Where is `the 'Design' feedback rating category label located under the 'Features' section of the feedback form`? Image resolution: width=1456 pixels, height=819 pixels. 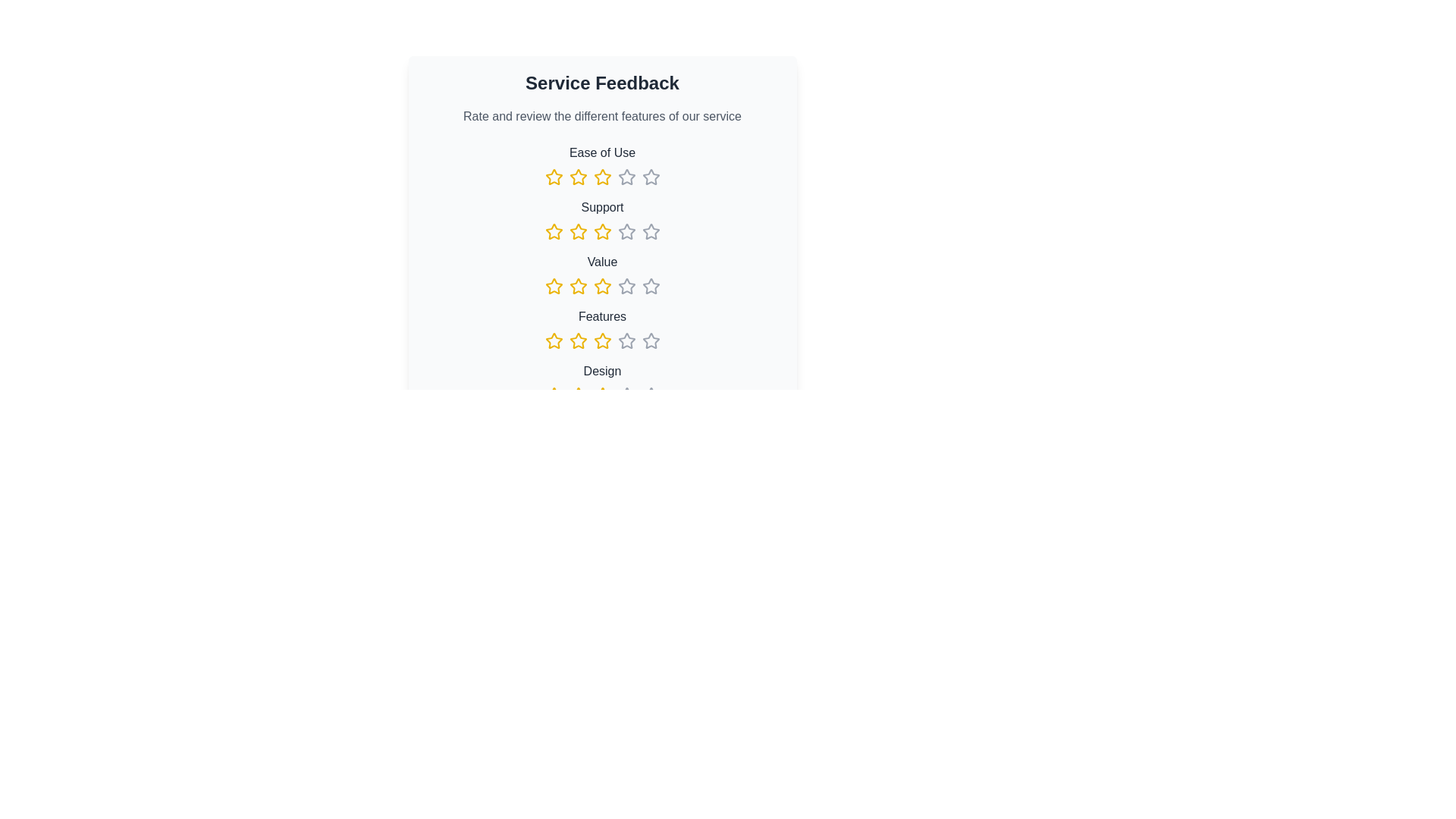 the 'Design' feedback rating category label located under the 'Features' section of the feedback form is located at coordinates (601, 382).